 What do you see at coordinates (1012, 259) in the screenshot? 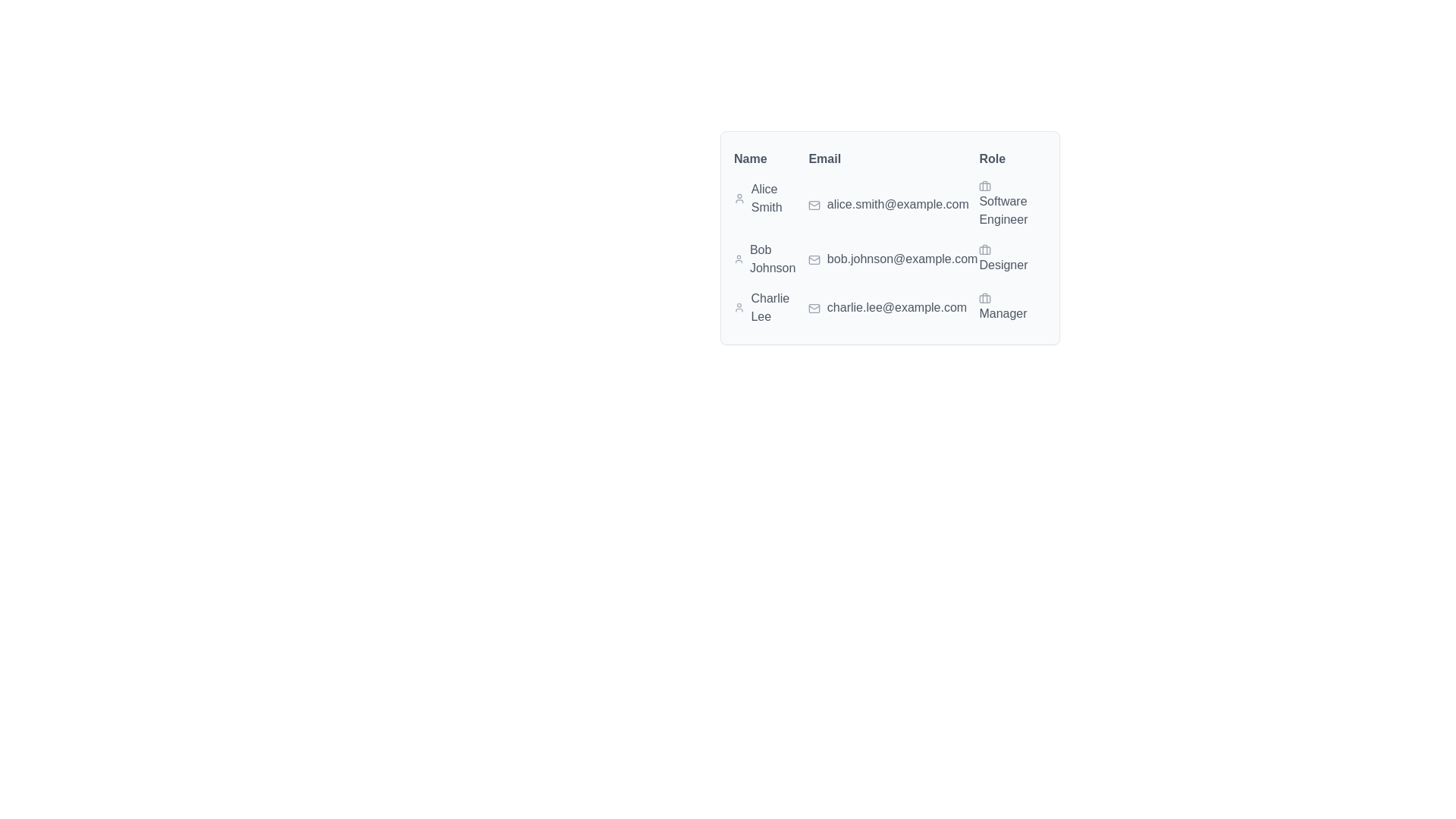
I see `the 'Designer' text label with the briefcase icon located in the 'Role' column of the table, specifically in the second row aligned with 'Bob Johnson'` at bounding box center [1012, 259].